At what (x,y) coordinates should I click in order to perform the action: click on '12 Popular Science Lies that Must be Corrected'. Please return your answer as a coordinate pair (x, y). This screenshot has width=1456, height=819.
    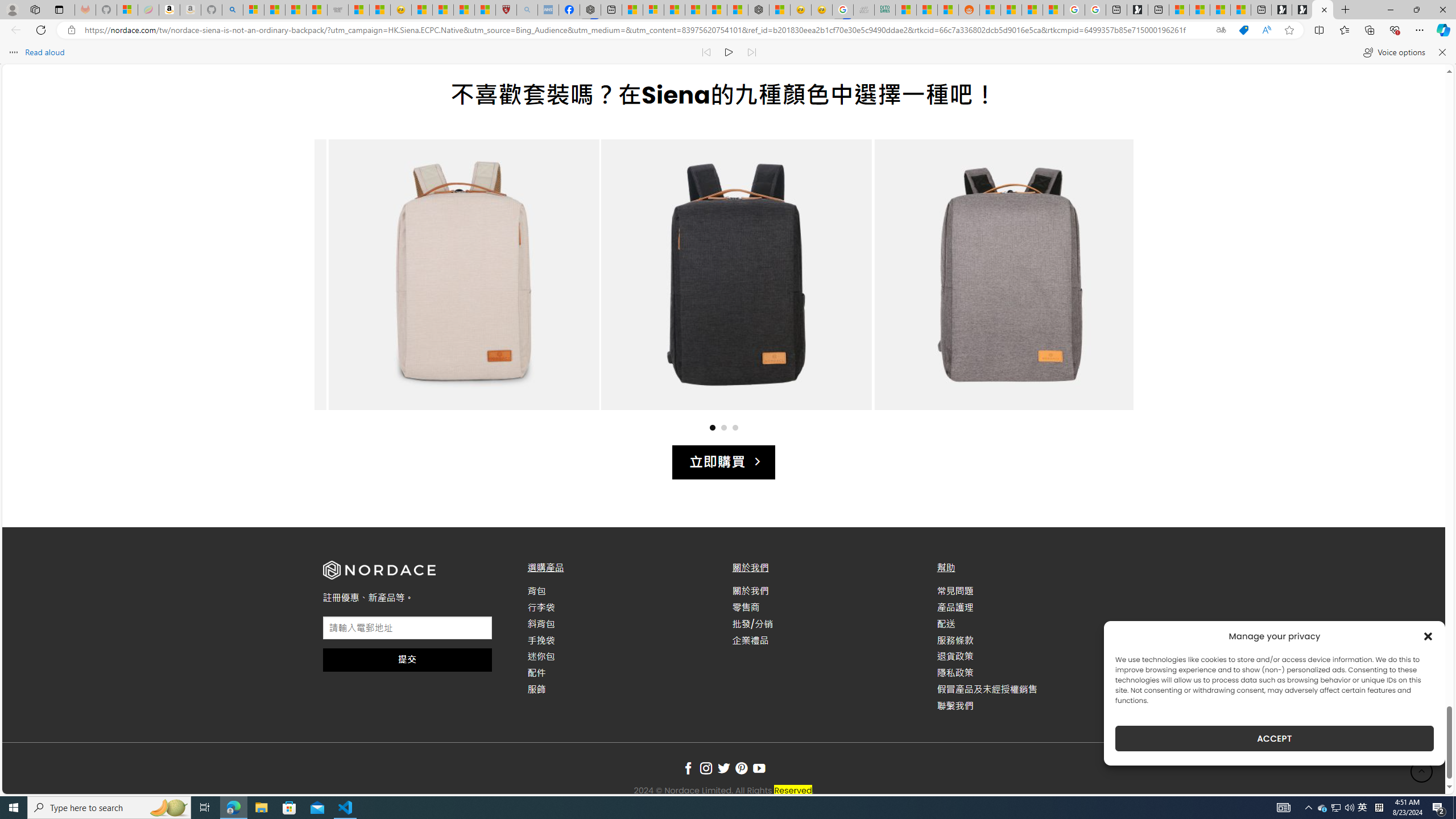
    Looking at the image, I should click on (485, 9).